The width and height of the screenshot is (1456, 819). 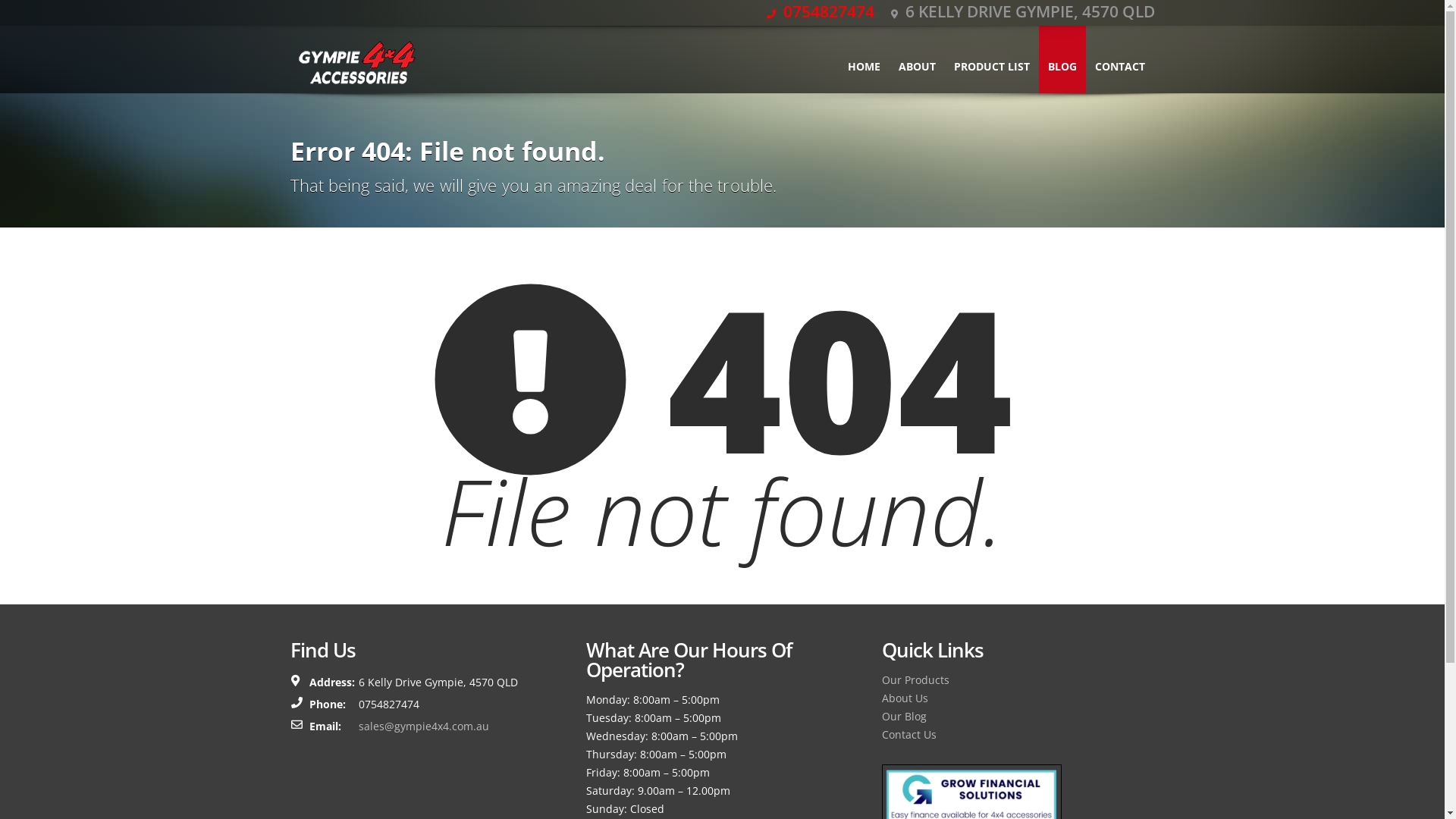 I want to click on '6 KELLY DRIVE GYMPIE, 4570 QLD', so click(x=1022, y=11).